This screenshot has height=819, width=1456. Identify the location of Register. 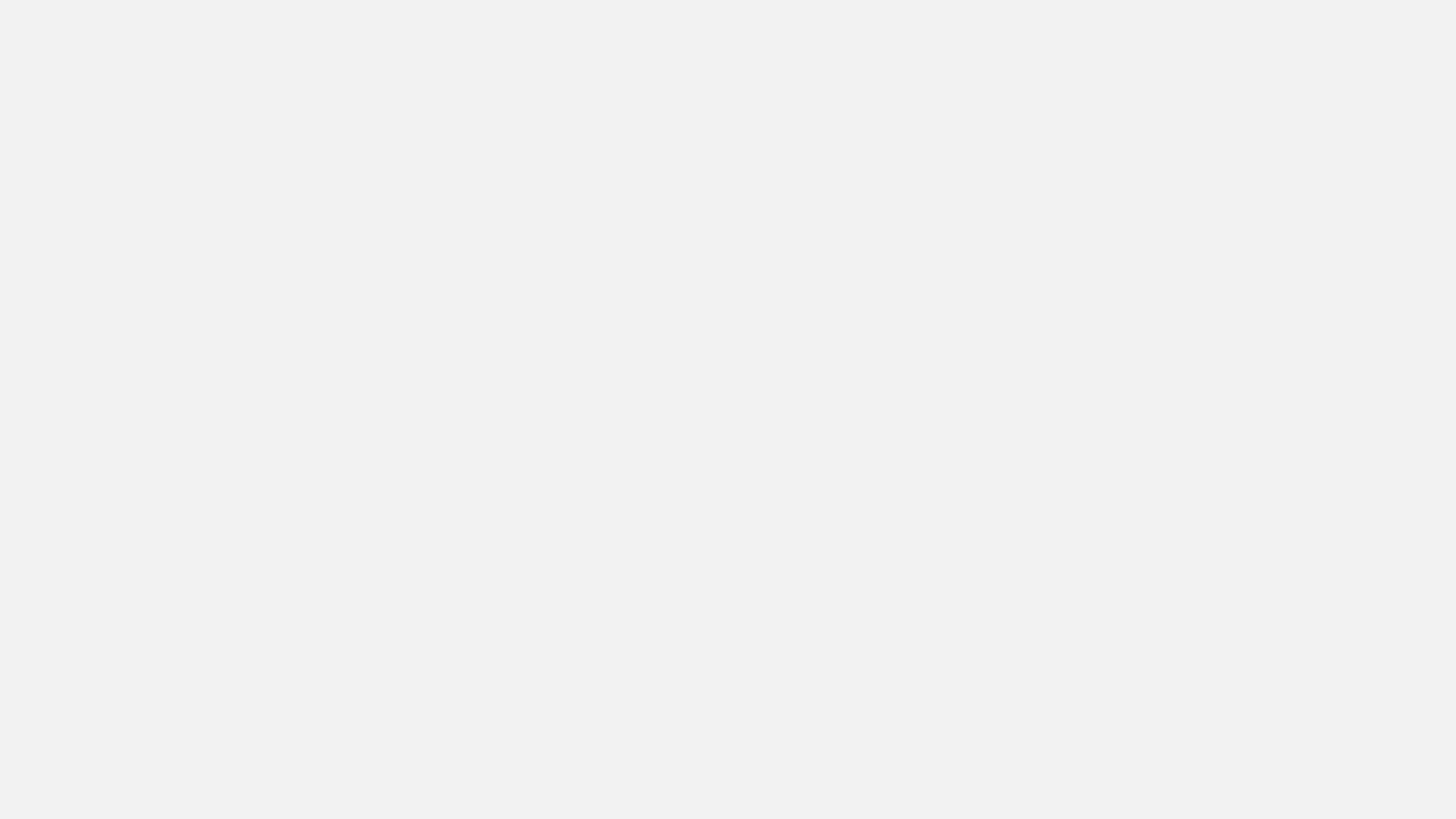
(1335, 20).